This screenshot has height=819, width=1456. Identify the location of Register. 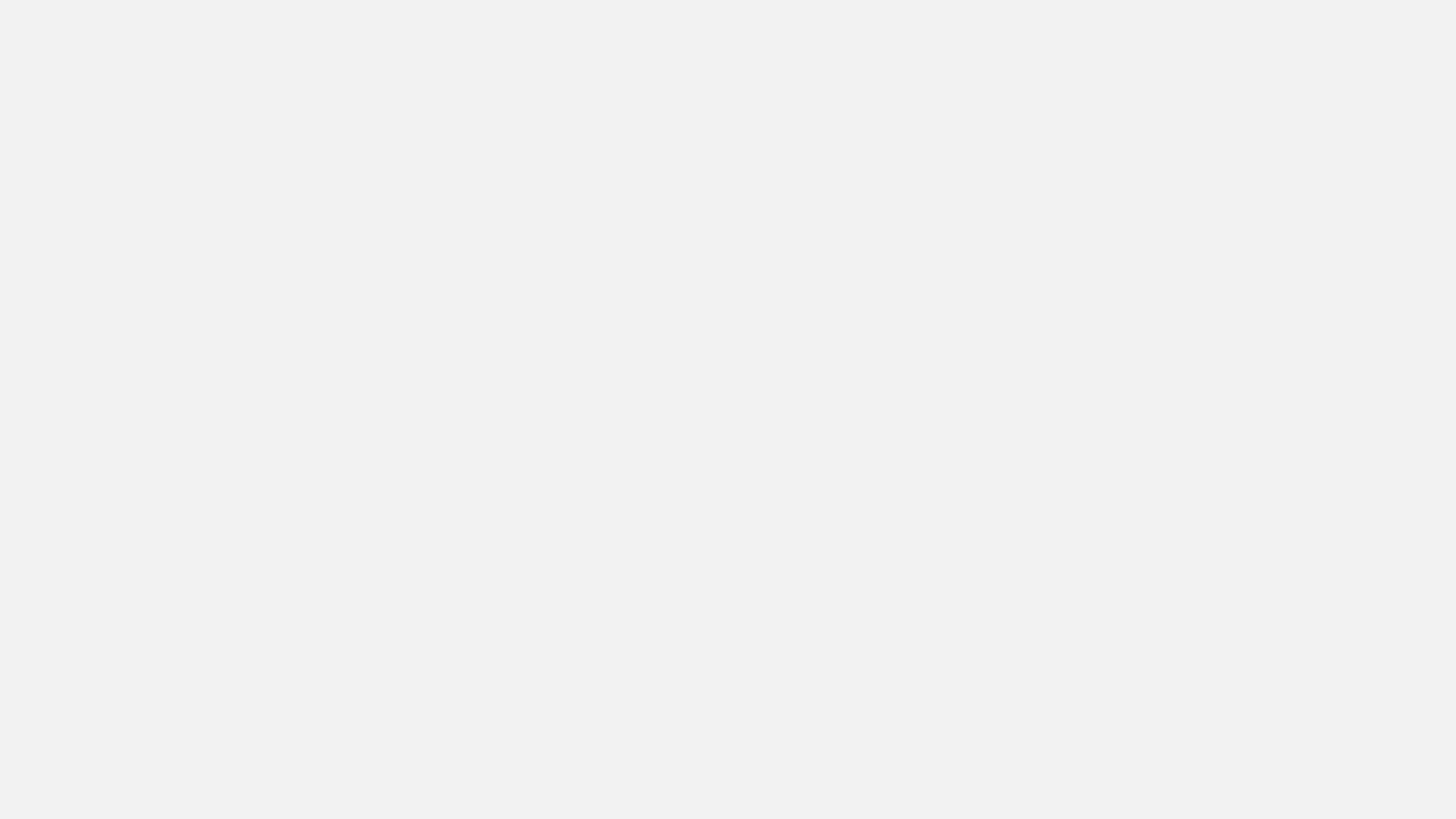
(1335, 20).